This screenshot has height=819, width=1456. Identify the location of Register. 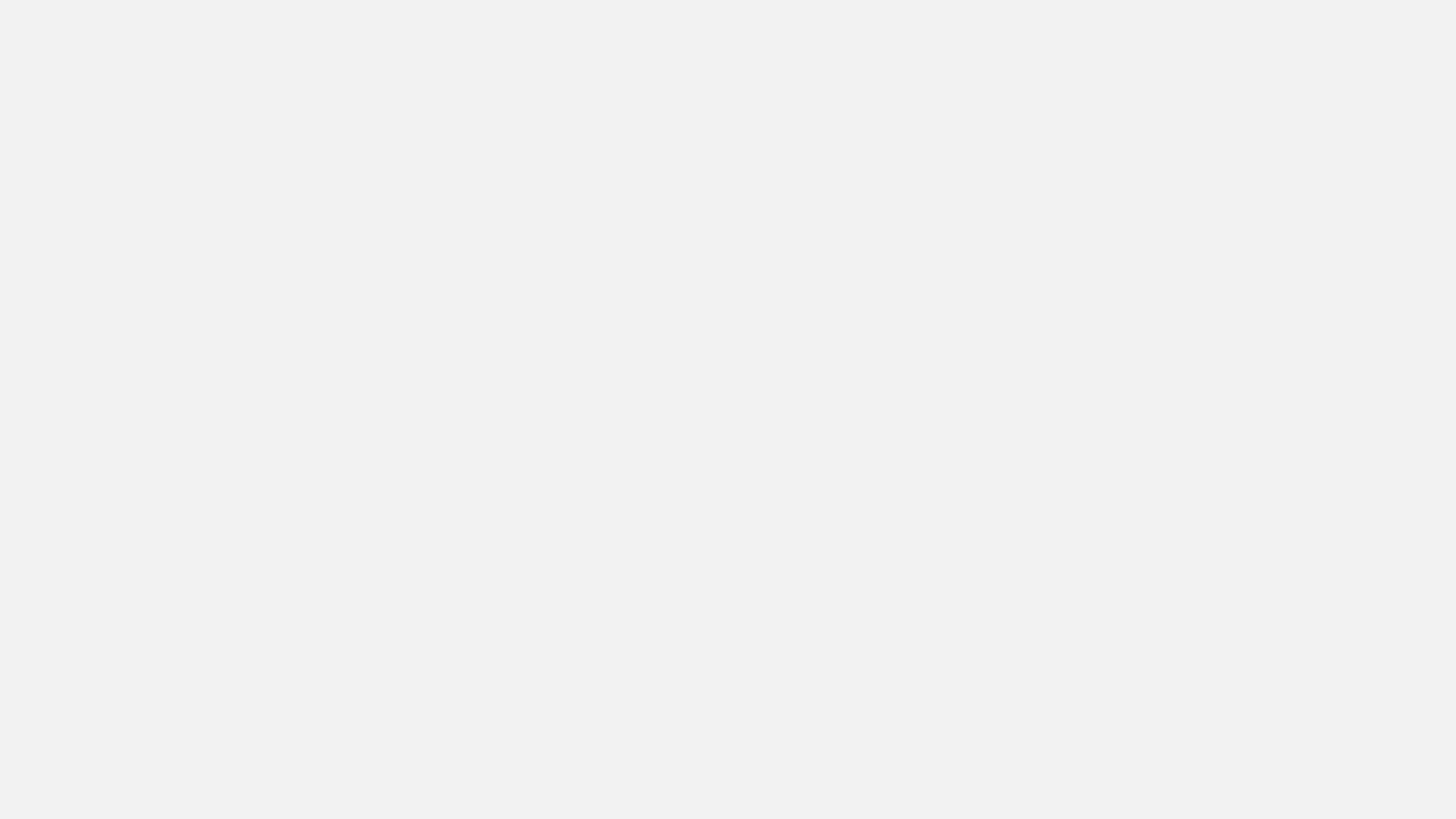
(1335, 20).